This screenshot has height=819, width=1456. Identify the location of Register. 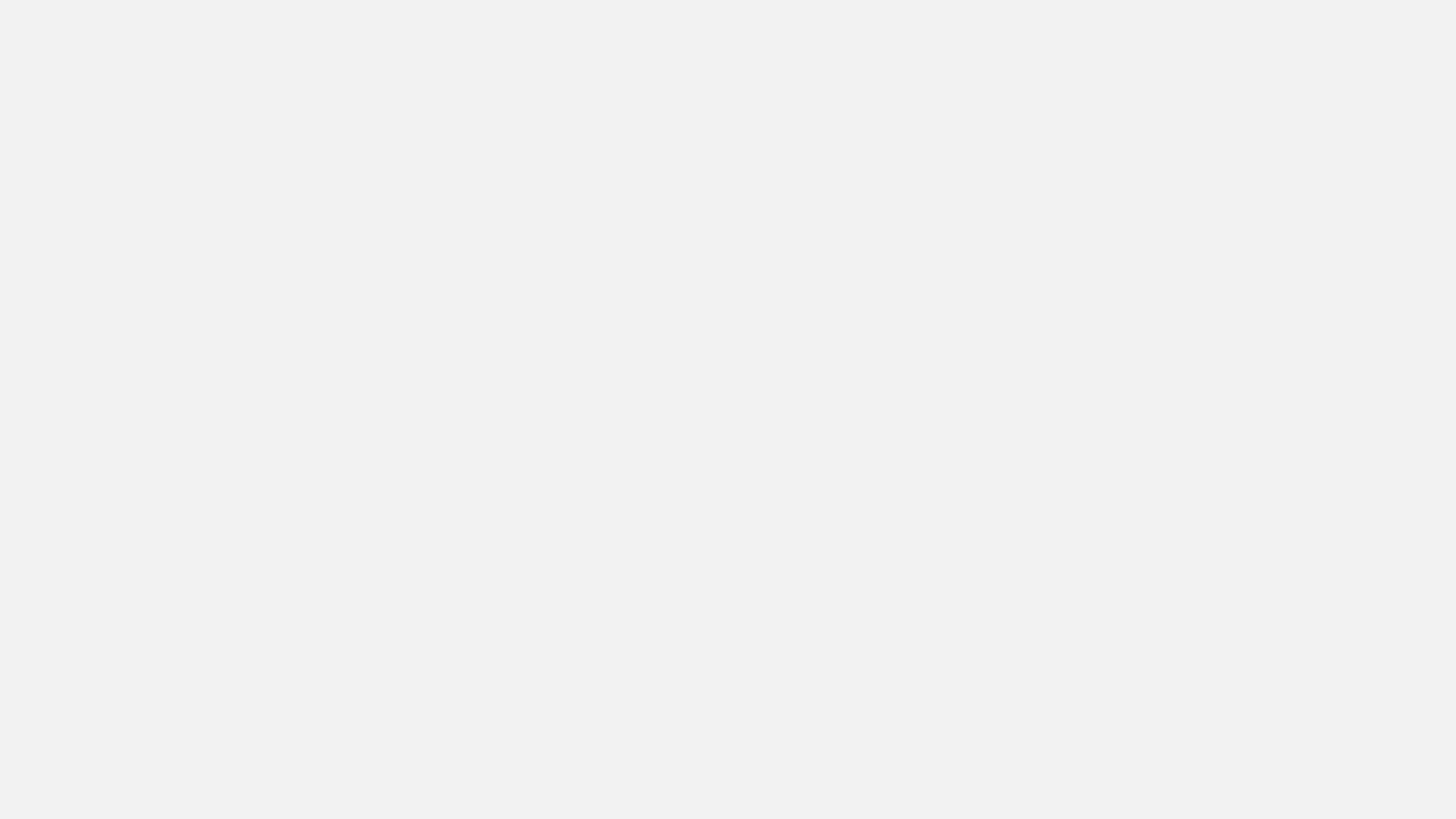
(1335, 20).